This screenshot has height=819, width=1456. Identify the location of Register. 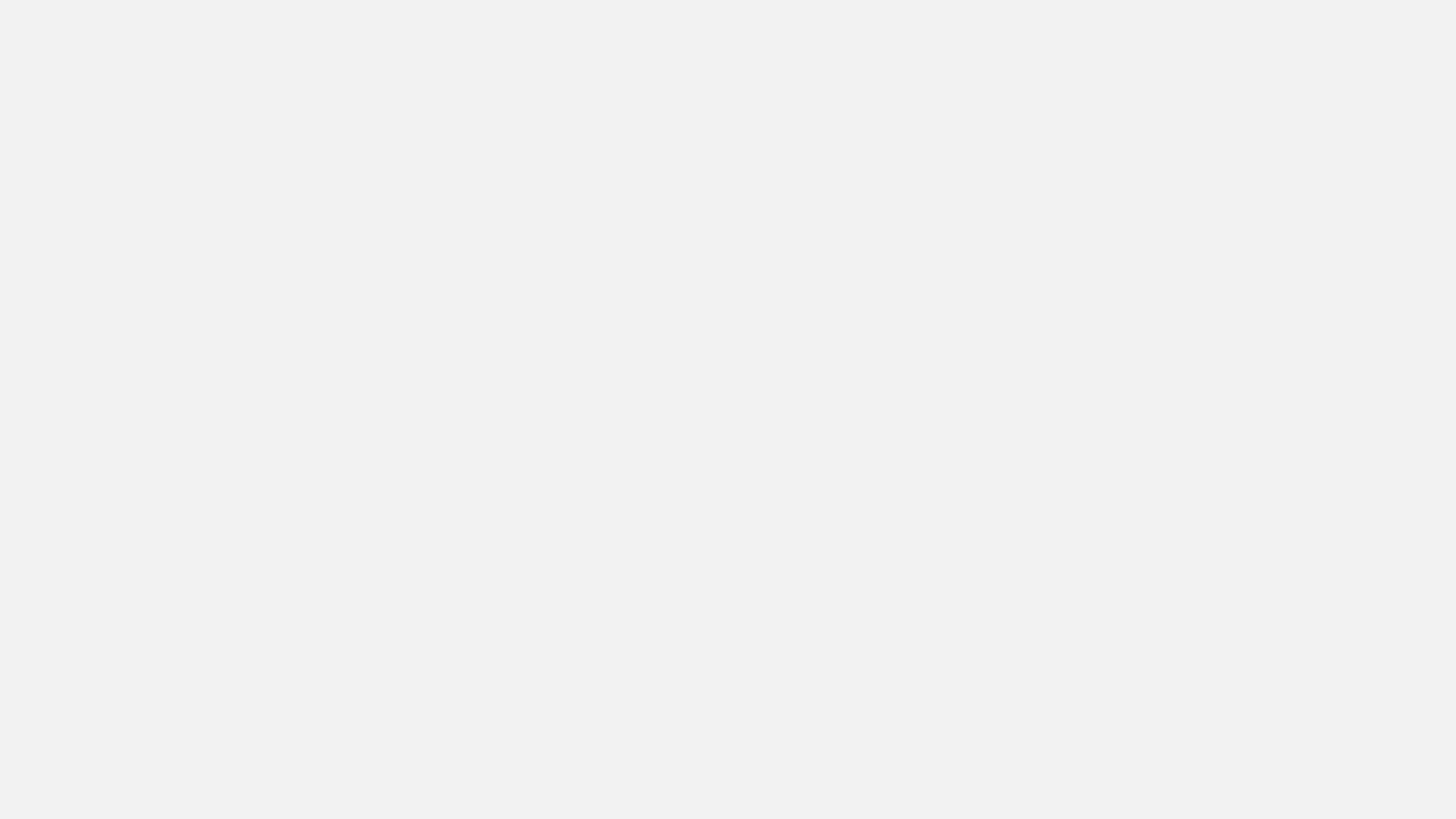
(1335, 20).